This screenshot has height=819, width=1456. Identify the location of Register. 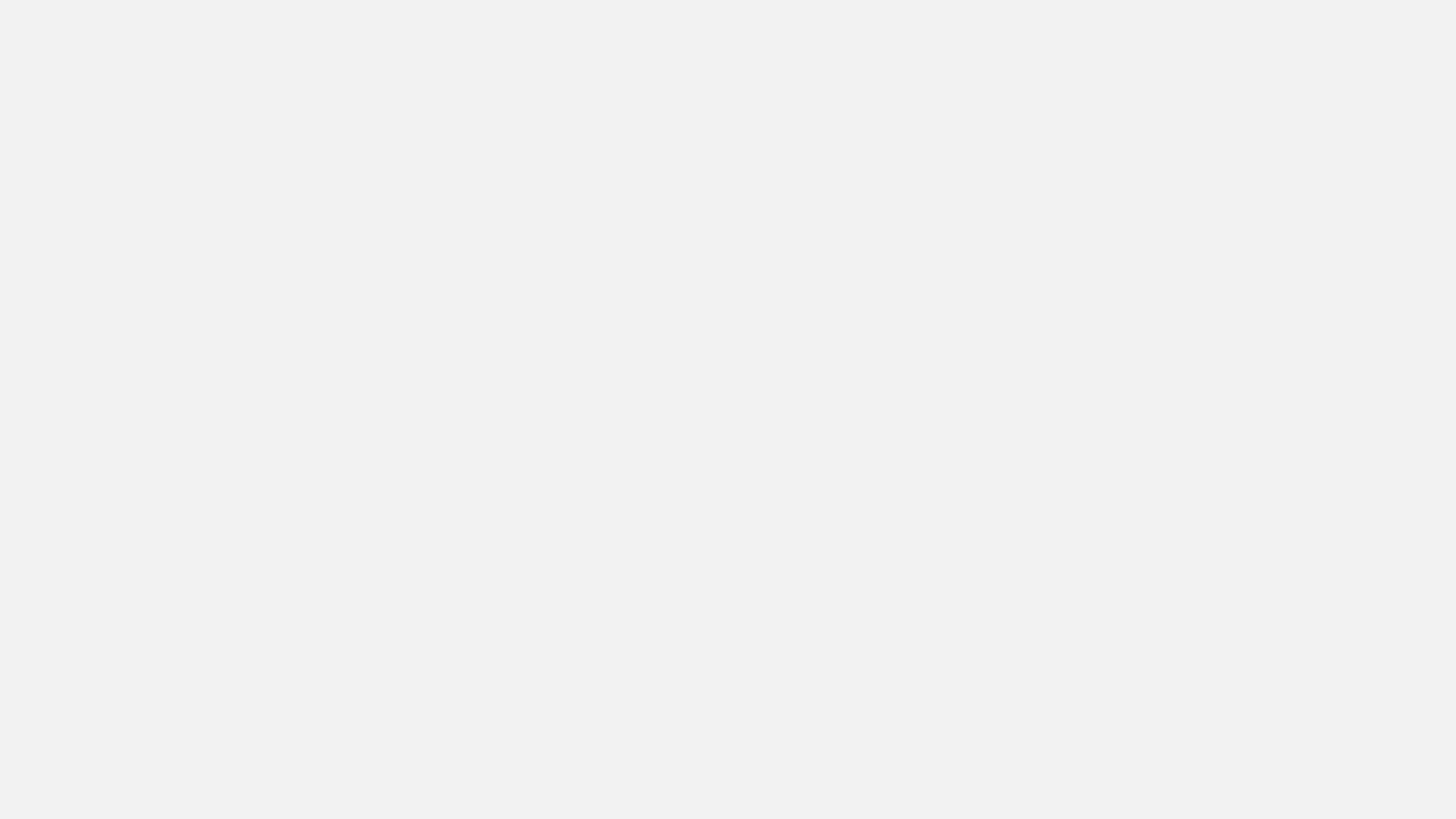
(1335, 20).